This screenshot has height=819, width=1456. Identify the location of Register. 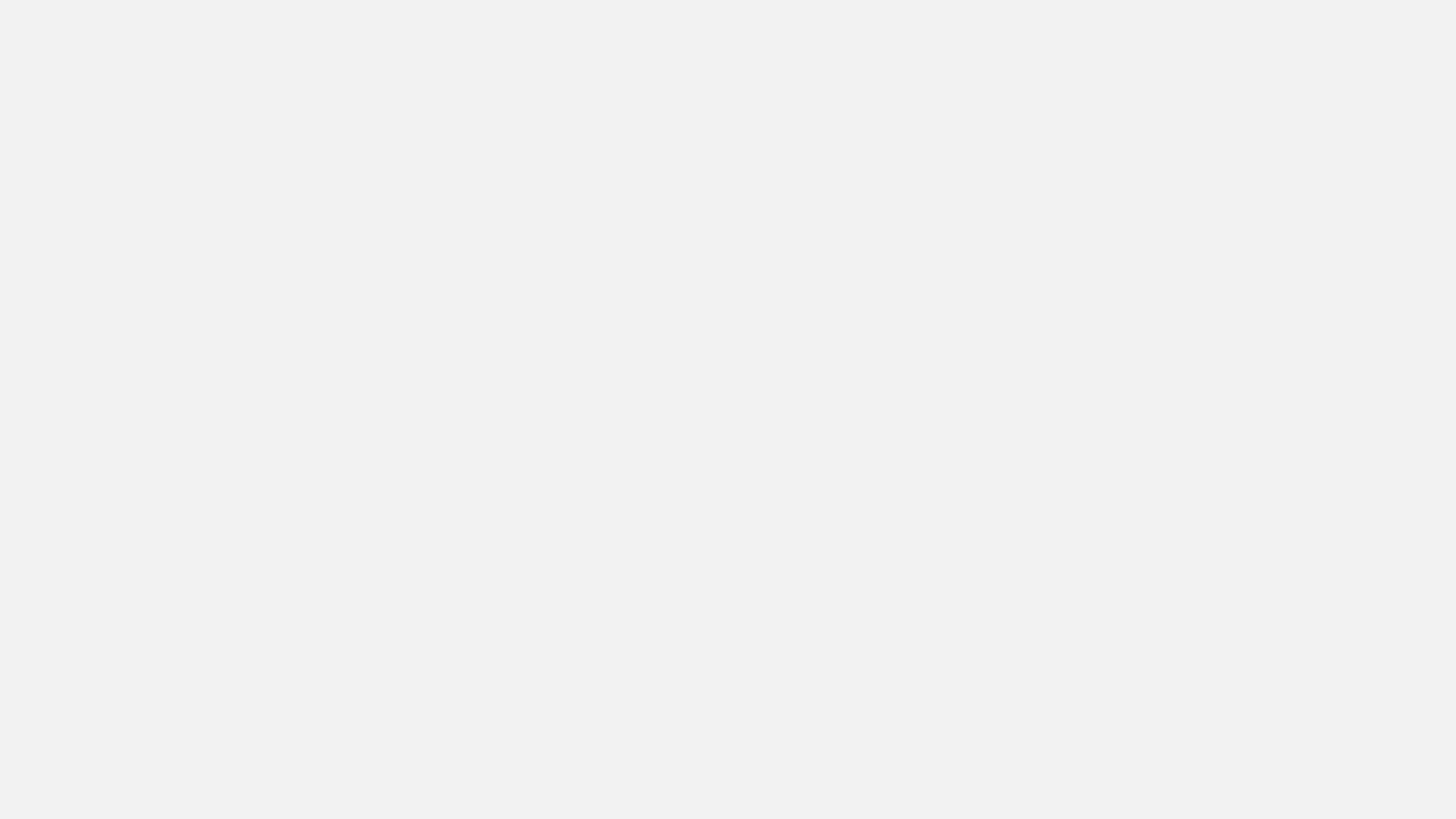
(1335, 20).